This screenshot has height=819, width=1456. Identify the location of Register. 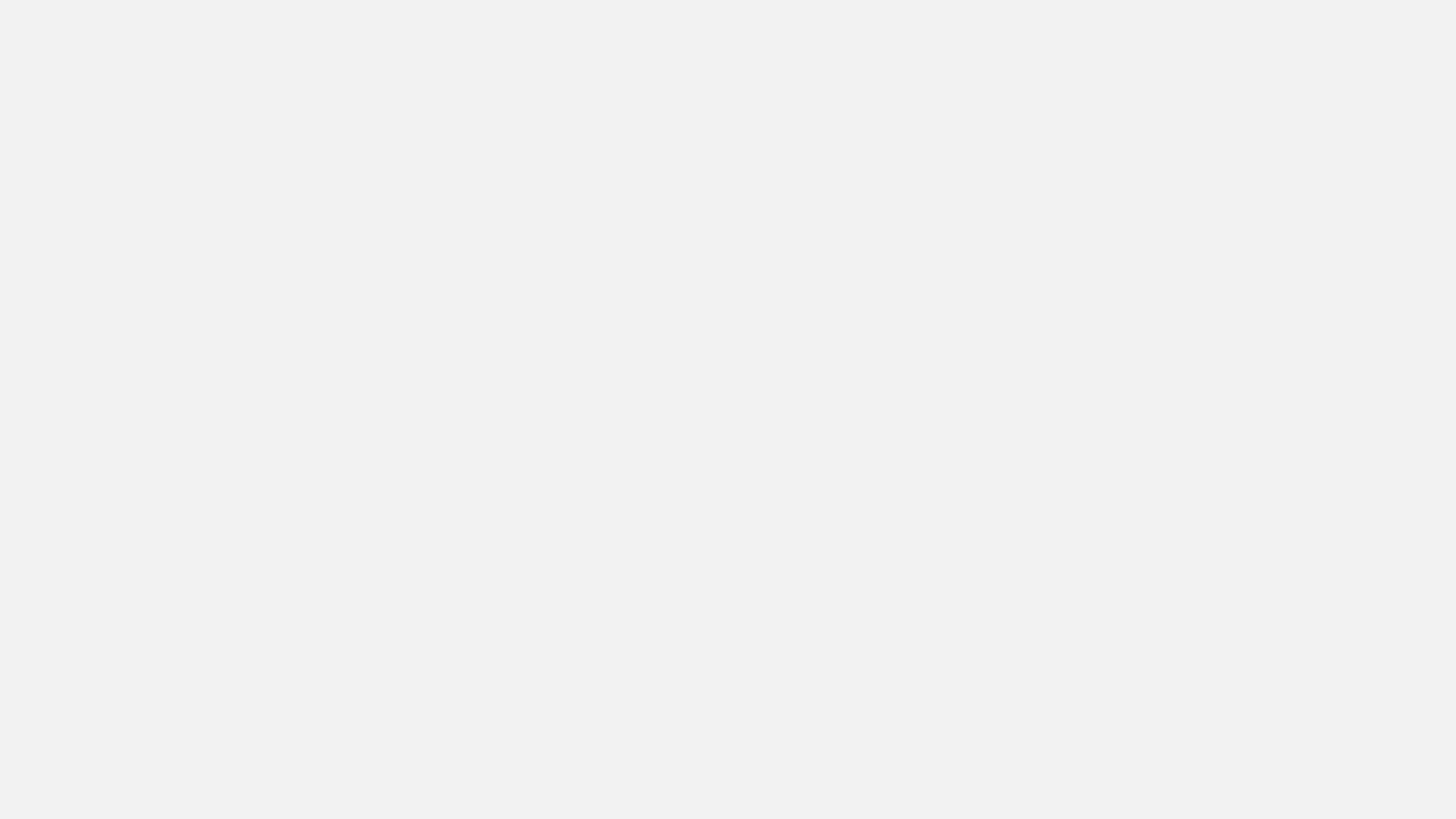
(1335, 20).